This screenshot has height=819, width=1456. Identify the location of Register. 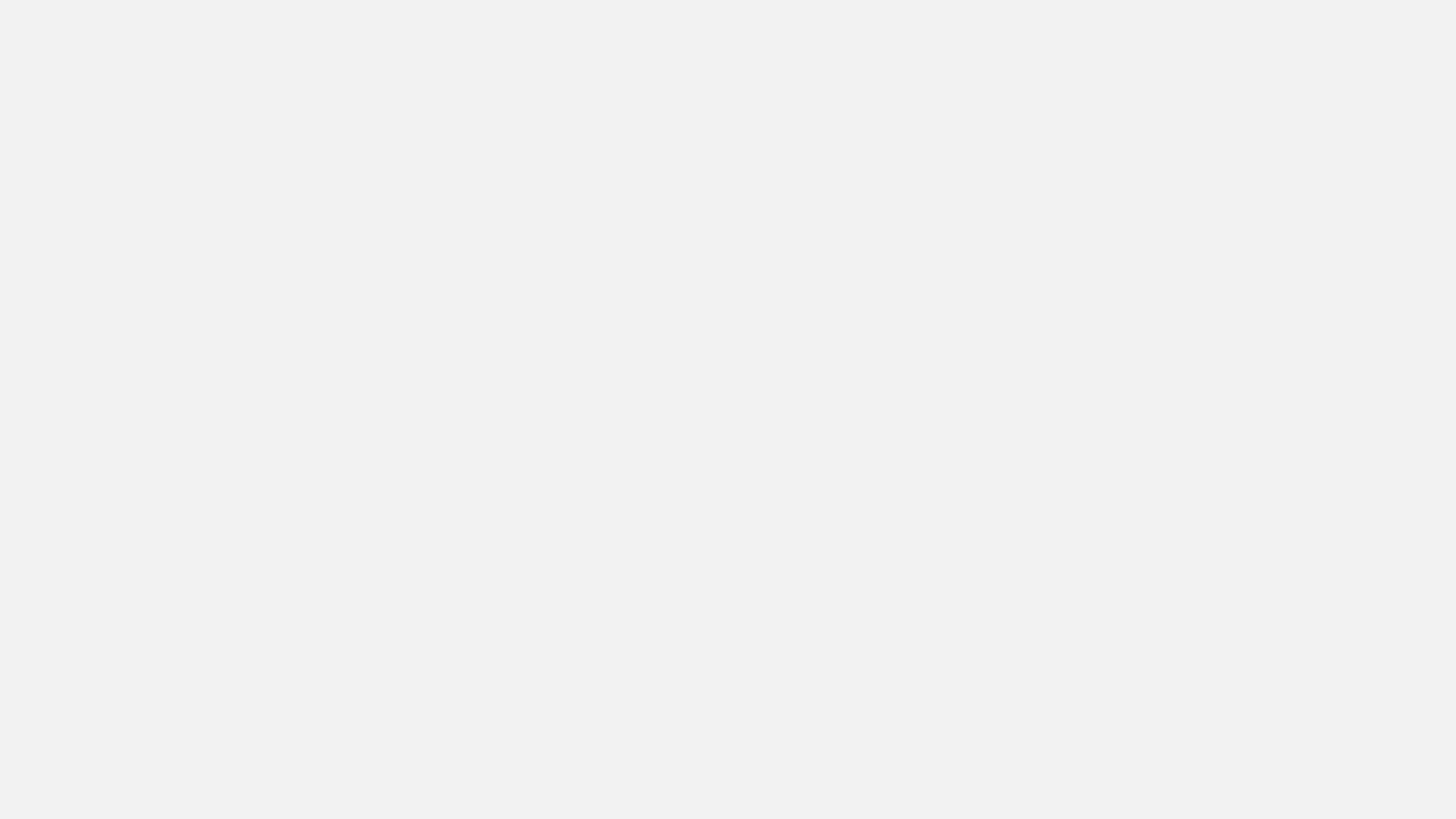
(1335, 20).